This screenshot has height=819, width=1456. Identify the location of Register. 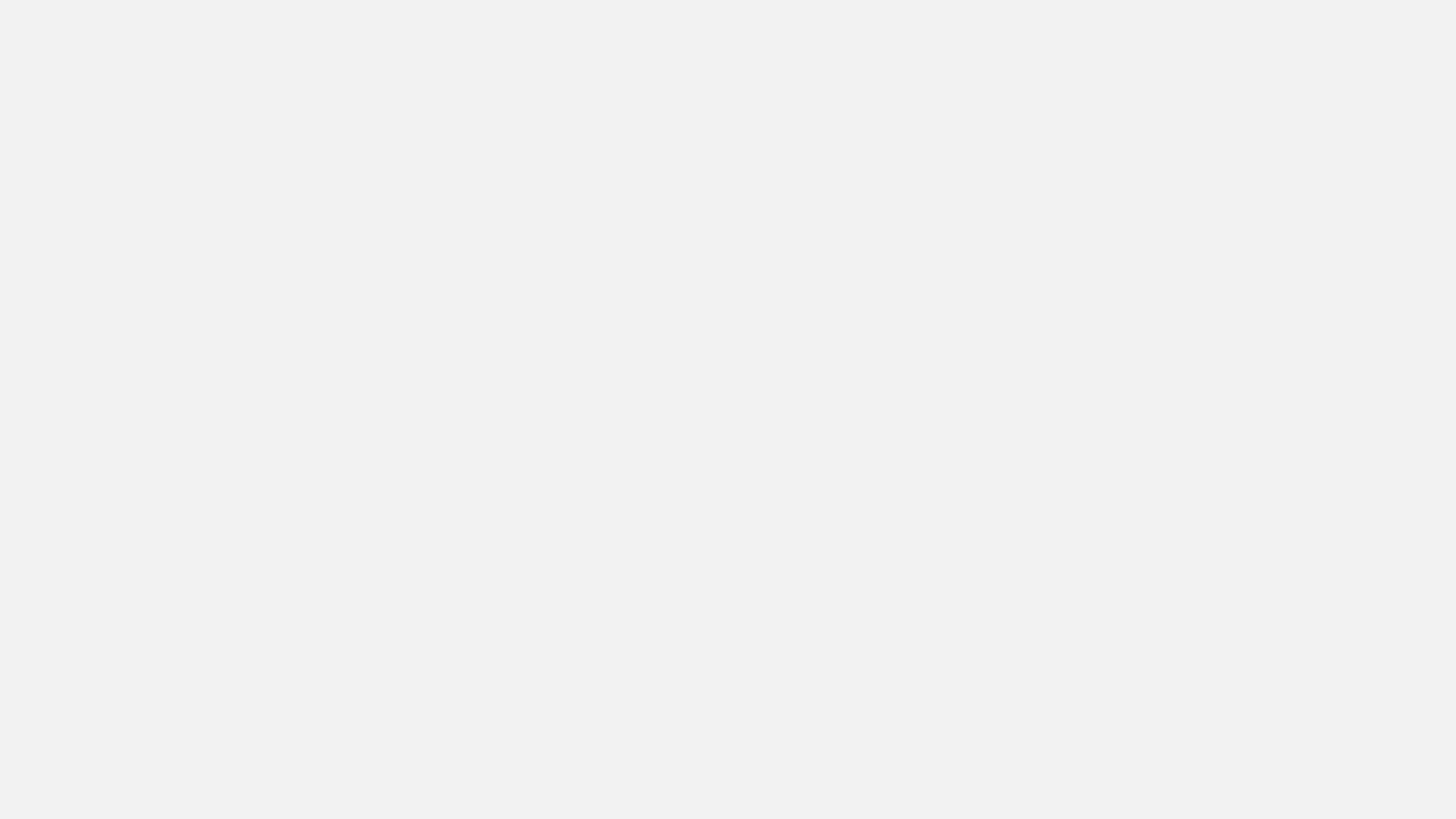
(1335, 20).